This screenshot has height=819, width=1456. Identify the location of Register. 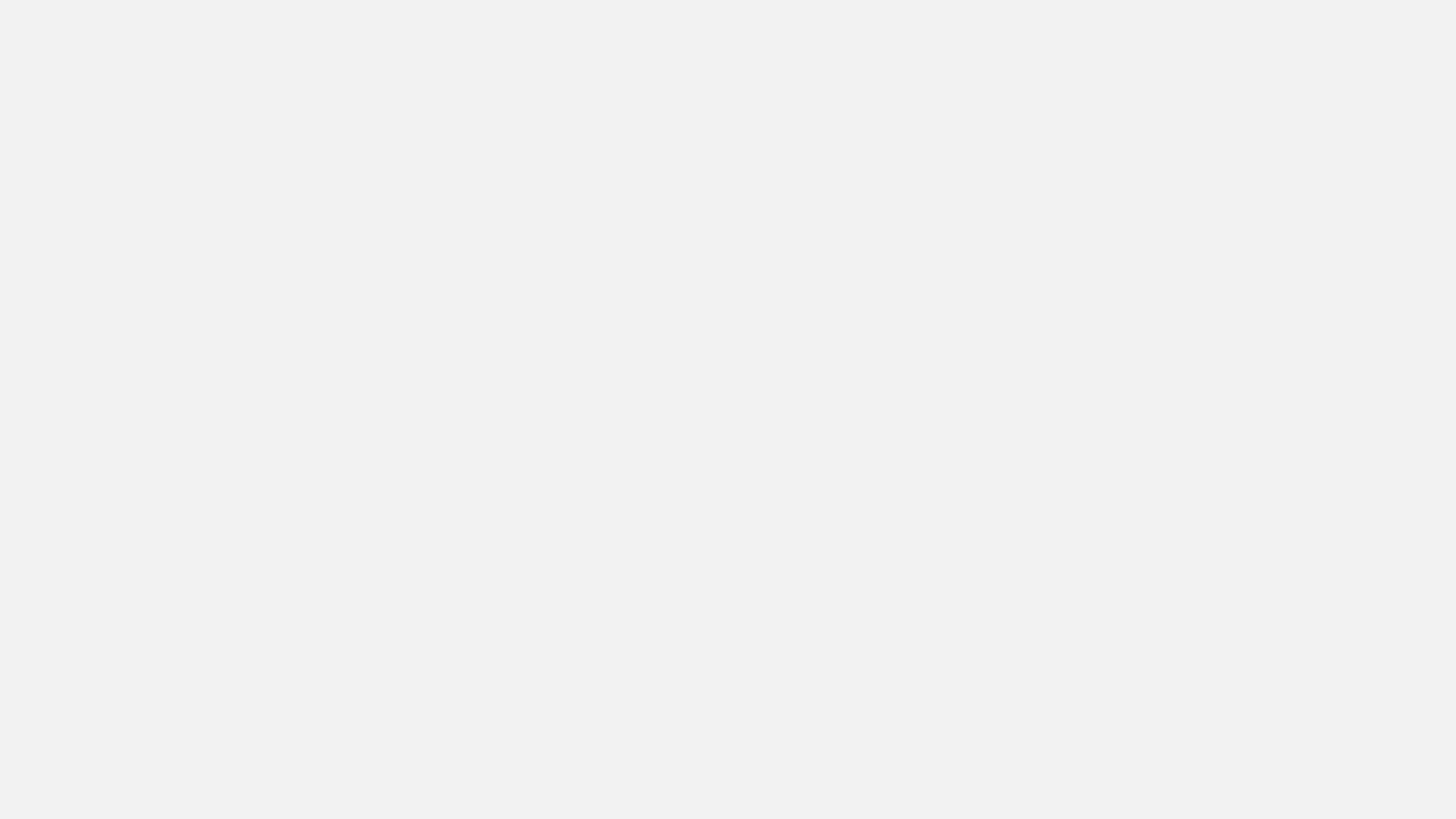
(1335, 20).